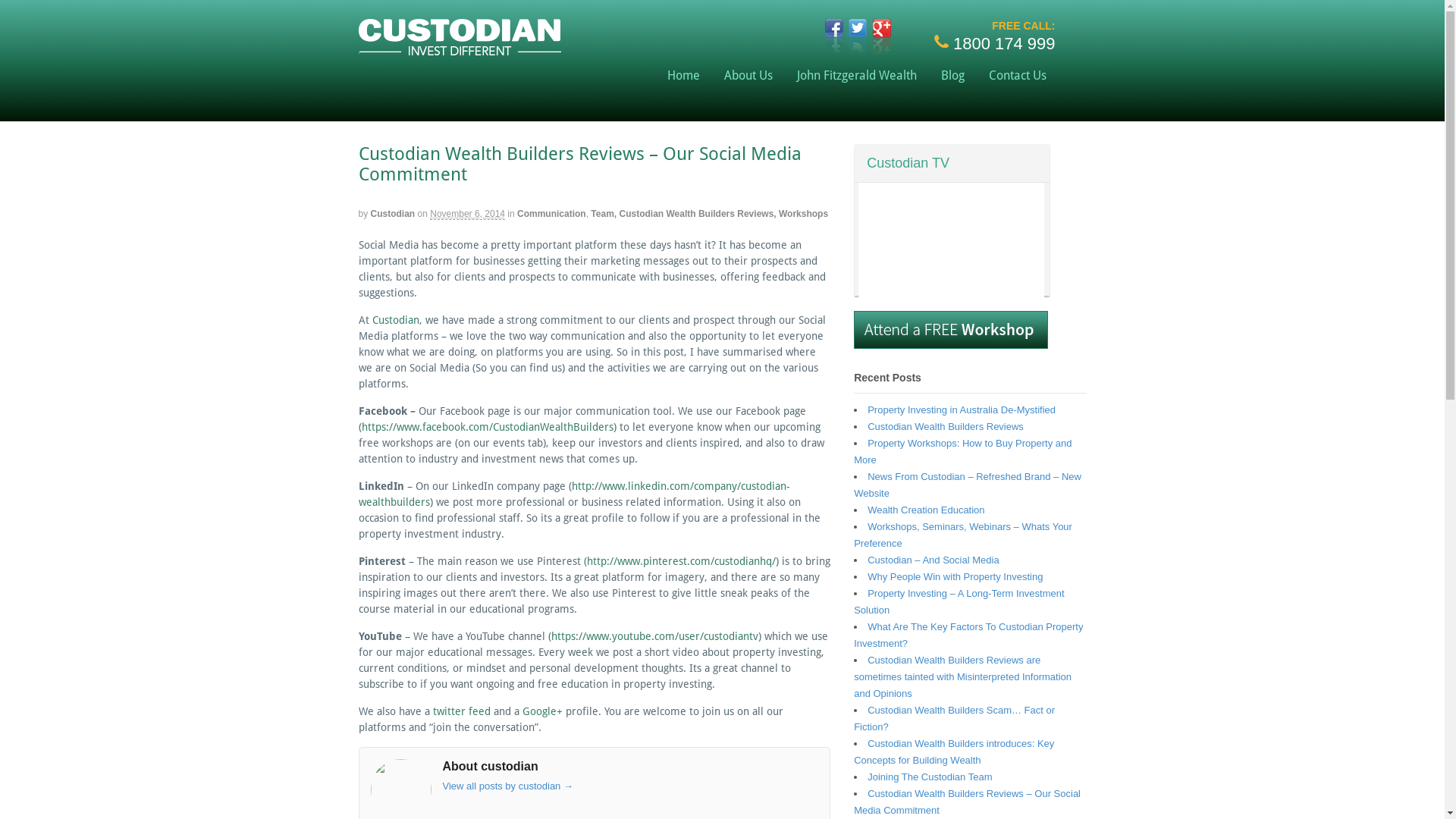  What do you see at coordinates (708, 213) in the screenshot?
I see `'Team, Custodian Wealth Builders Reviews, Workshops'` at bounding box center [708, 213].